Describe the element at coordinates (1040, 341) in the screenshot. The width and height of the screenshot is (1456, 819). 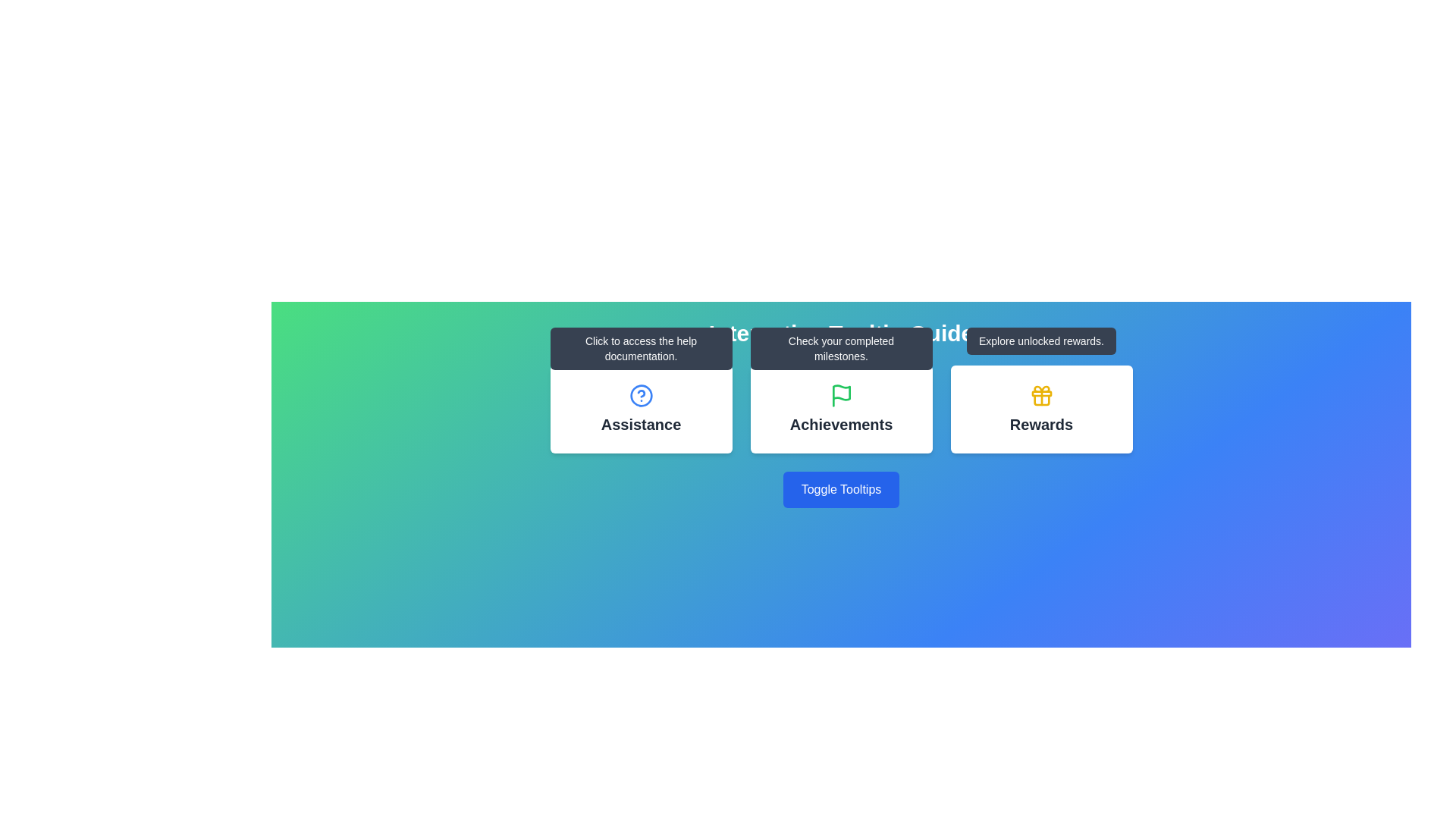
I see `the tooltip located above the 'Rewards' card, which is the rightmost card in a sequence of three cards` at that location.